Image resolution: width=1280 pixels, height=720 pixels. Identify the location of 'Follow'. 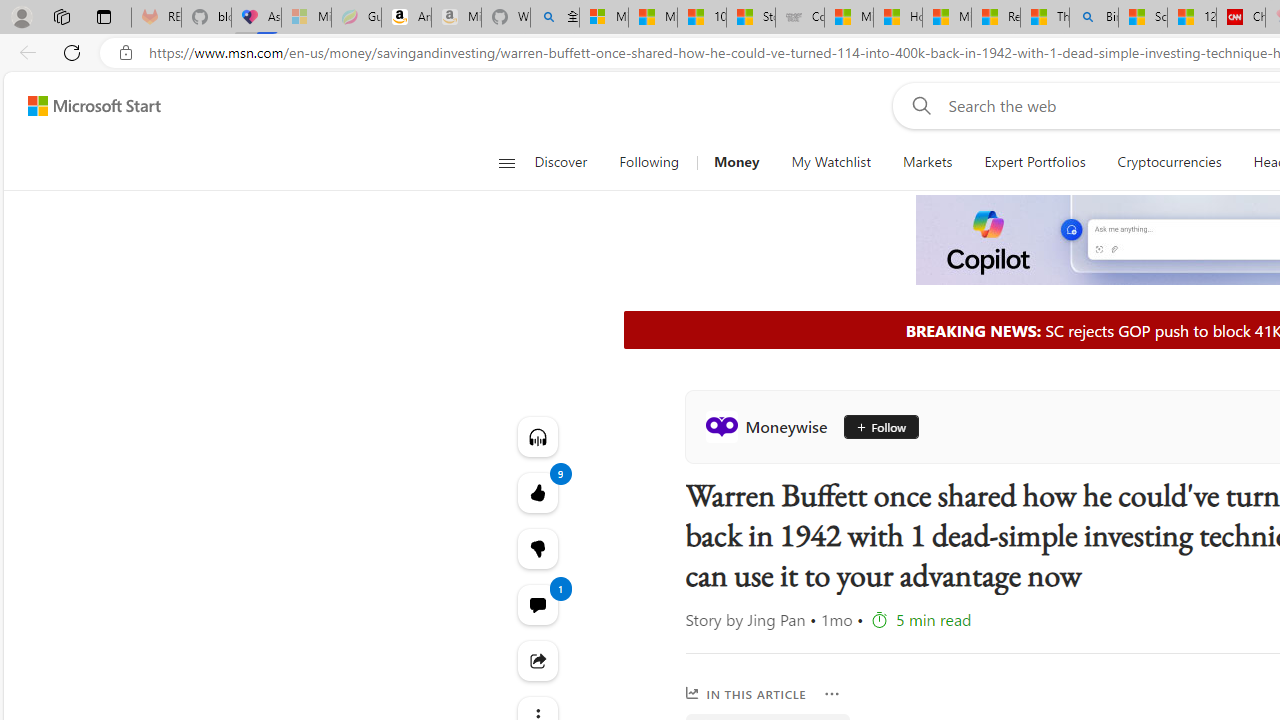
(873, 425).